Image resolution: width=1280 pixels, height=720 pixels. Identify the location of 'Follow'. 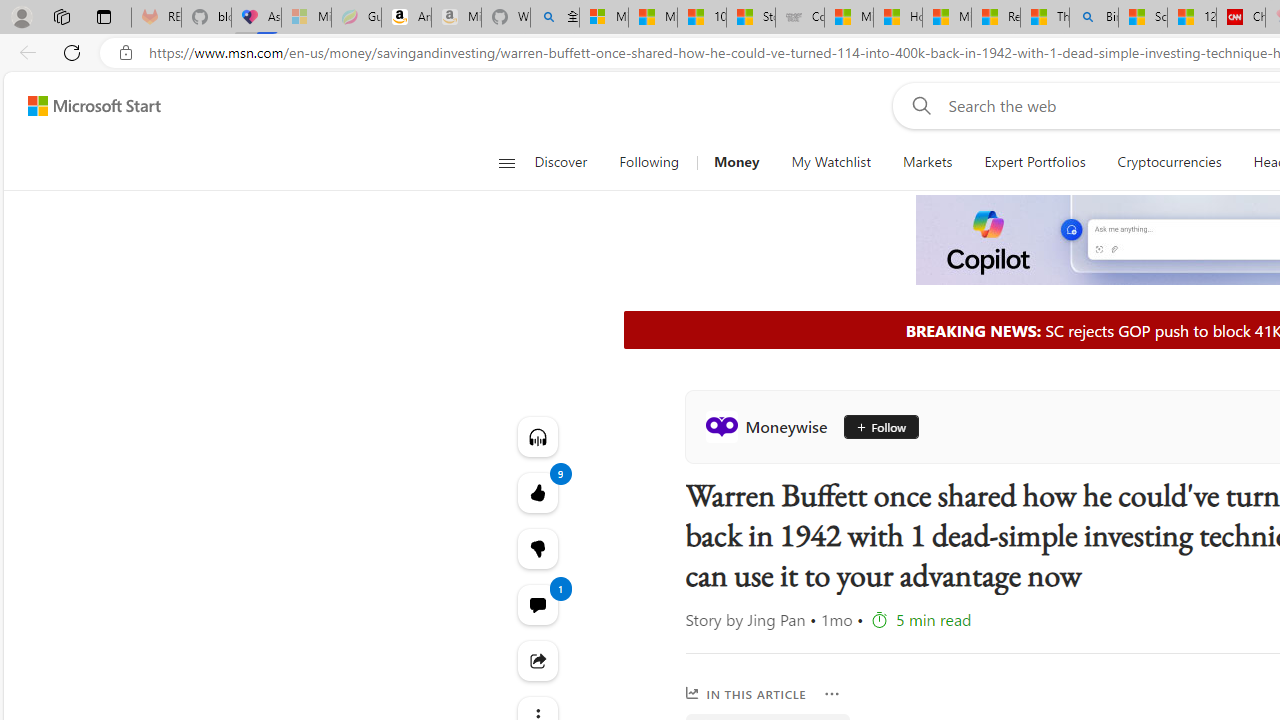
(873, 425).